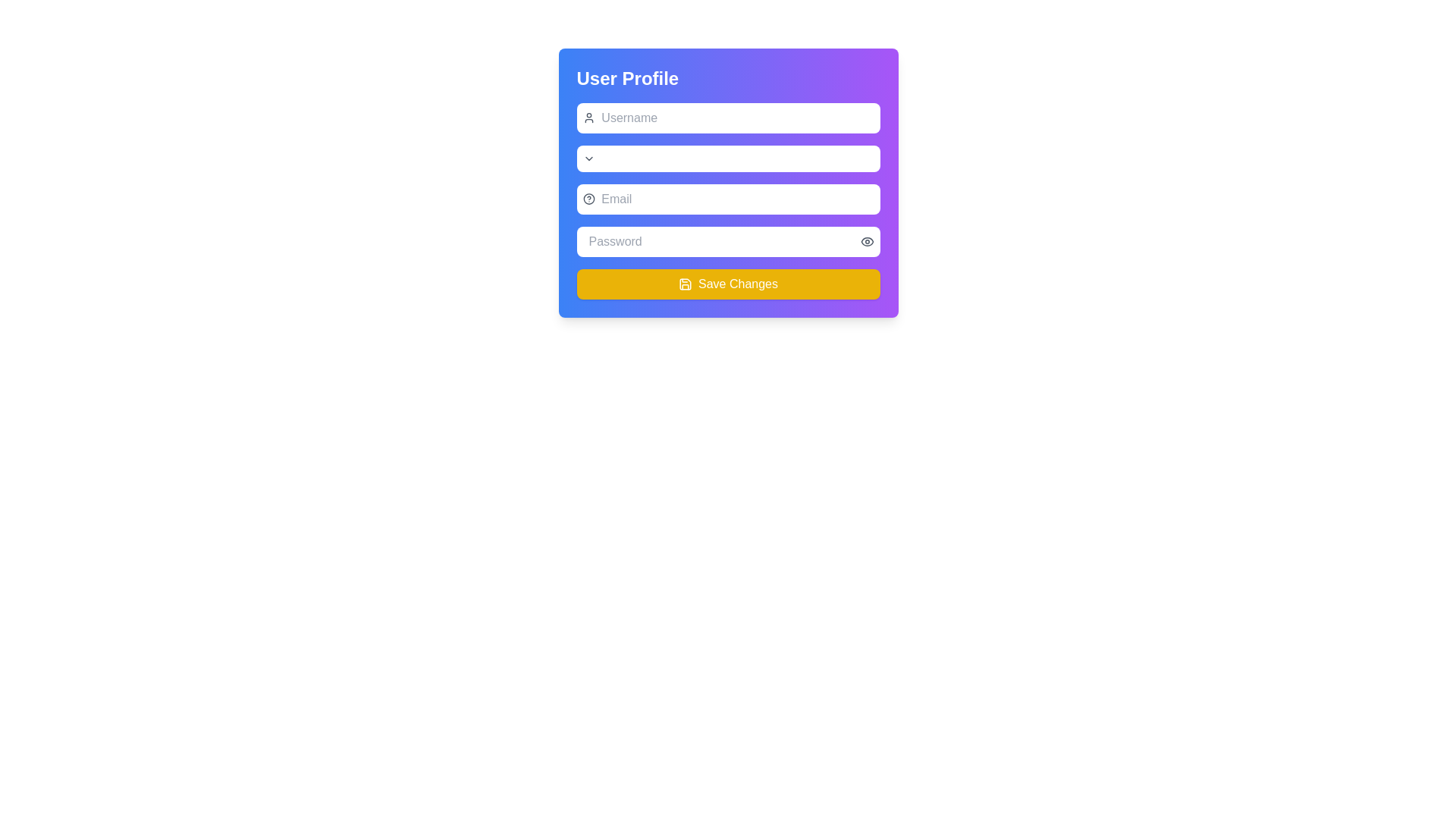  Describe the element at coordinates (588, 117) in the screenshot. I see `the username field icon located on the far-left side of the username input row, adjacent to the 'Username' text input field` at that location.